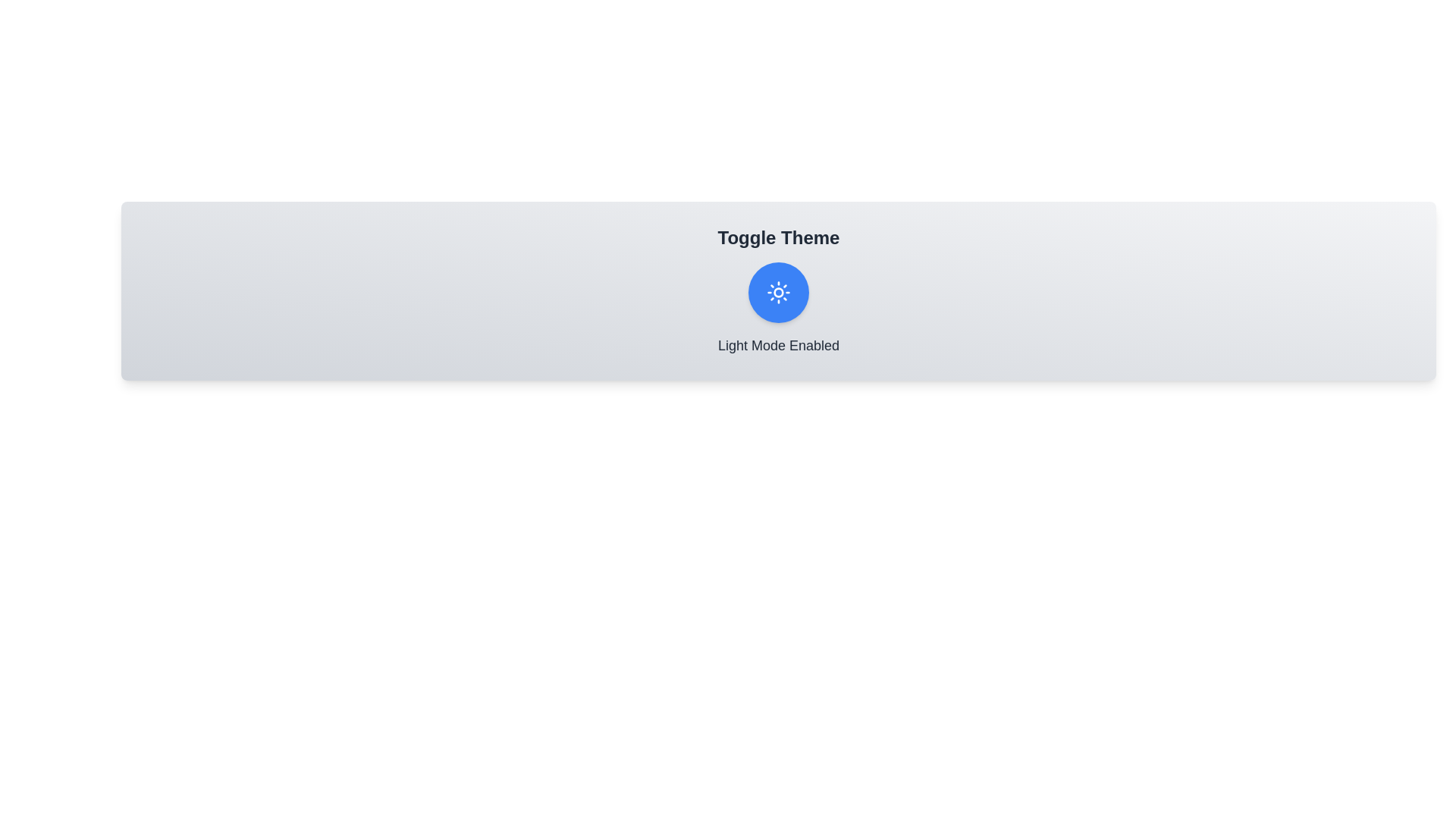  What do you see at coordinates (779, 292) in the screenshot?
I see `the theme toggle button to toggle the theme` at bounding box center [779, 292].